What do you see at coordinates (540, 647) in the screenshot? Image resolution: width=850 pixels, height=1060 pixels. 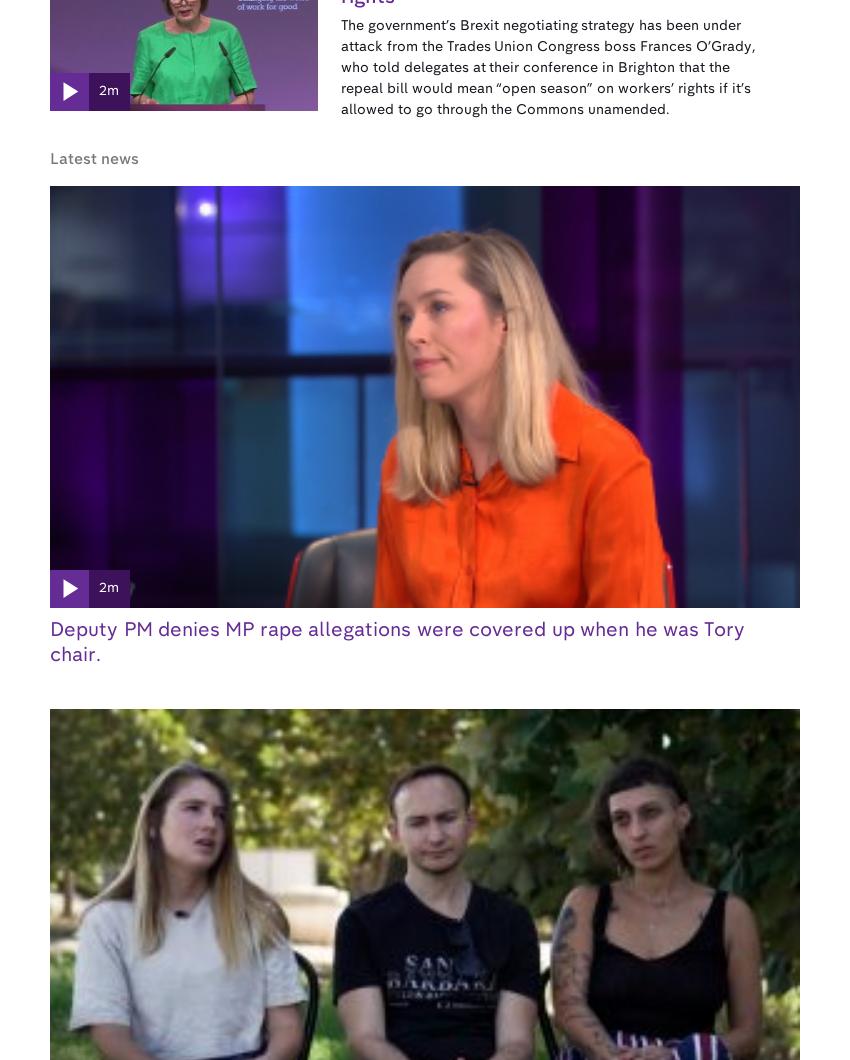 I see `'Contact us'` at bounding box center [540, 647].